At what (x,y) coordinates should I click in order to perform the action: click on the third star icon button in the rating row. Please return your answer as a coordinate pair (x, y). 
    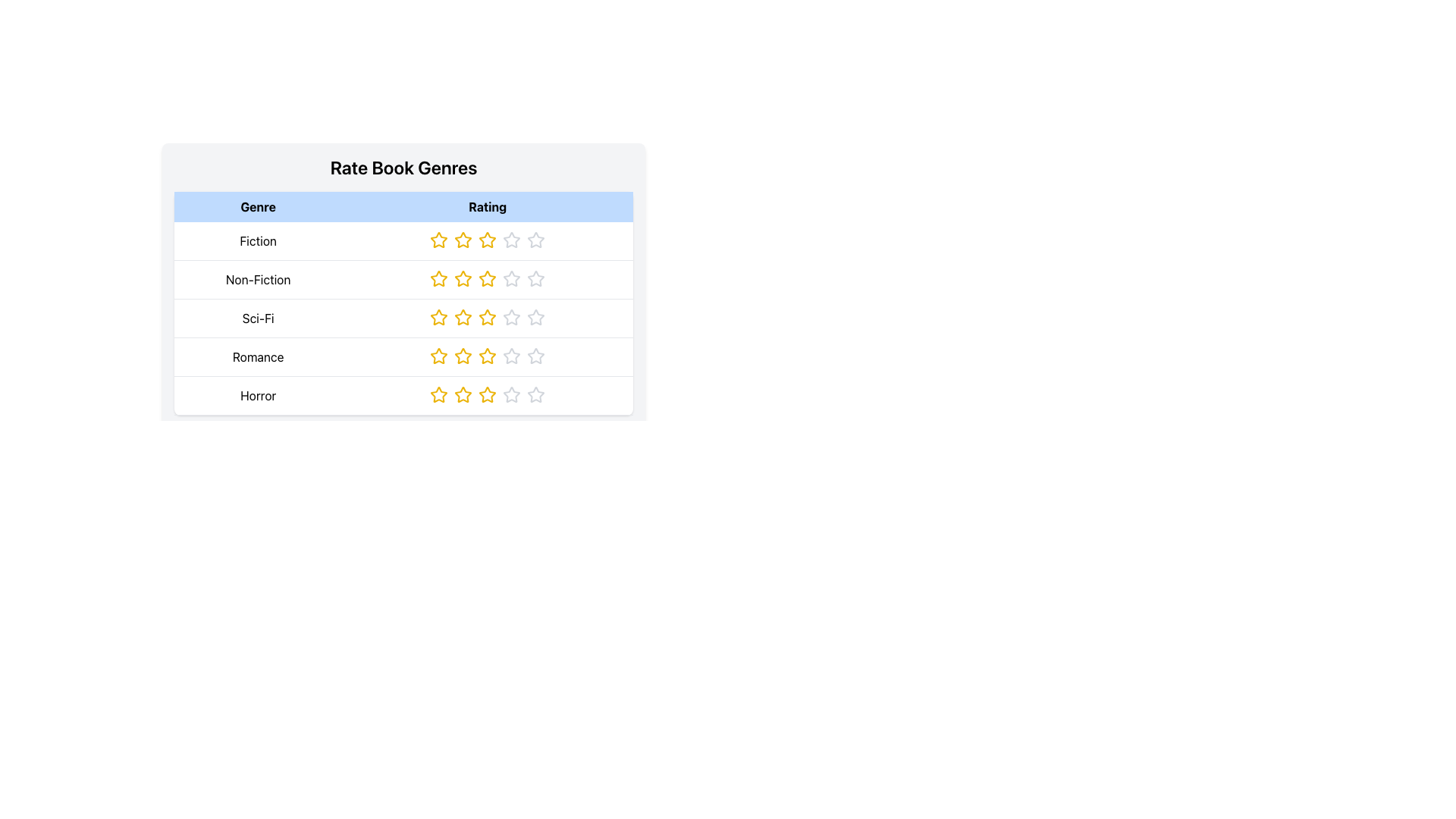
    Looking at the image, I should click on (463, 317).